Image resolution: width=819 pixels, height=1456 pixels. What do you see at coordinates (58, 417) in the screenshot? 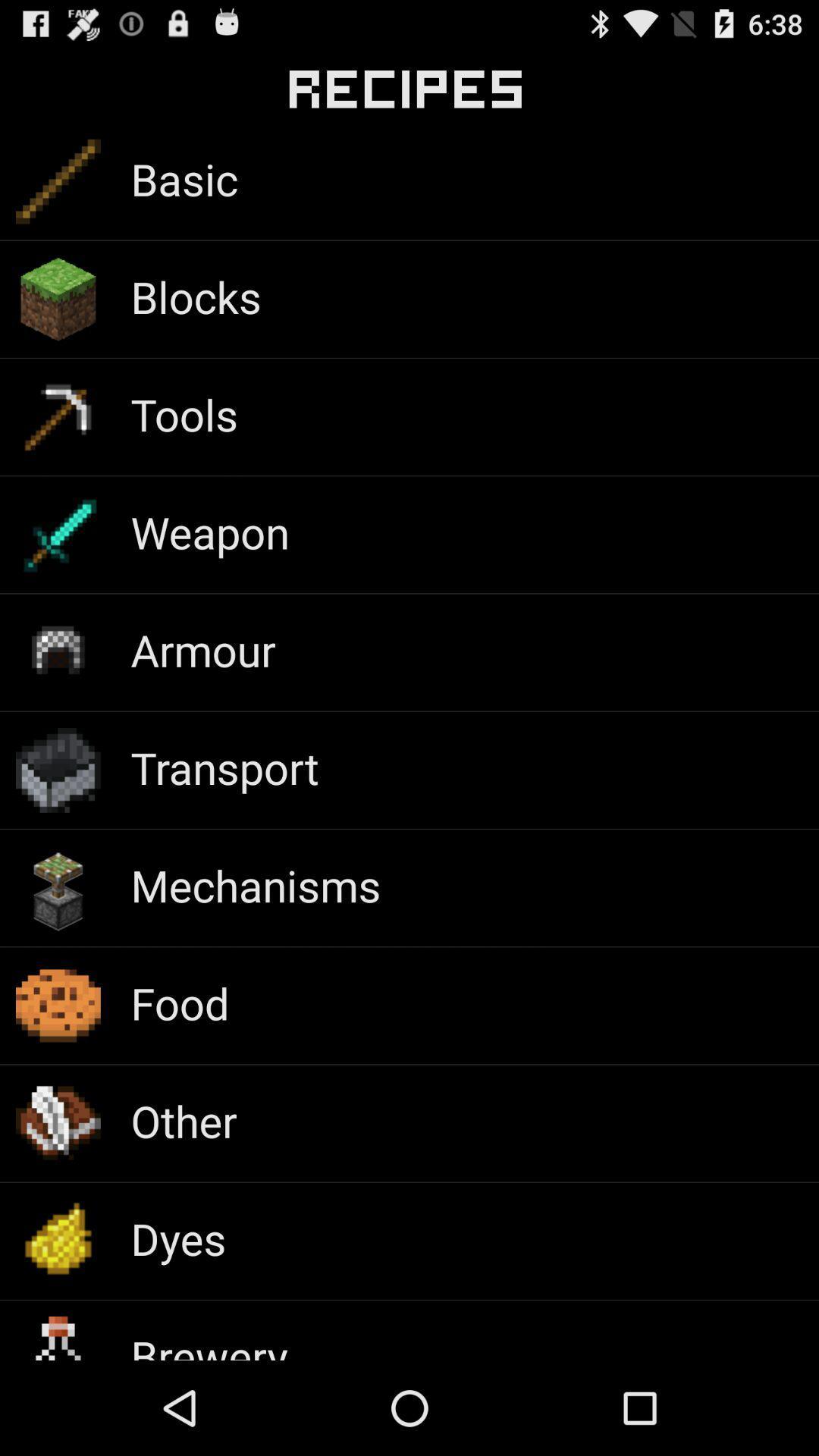
I see `symbol beside tools` at bounding box center [58, 417].